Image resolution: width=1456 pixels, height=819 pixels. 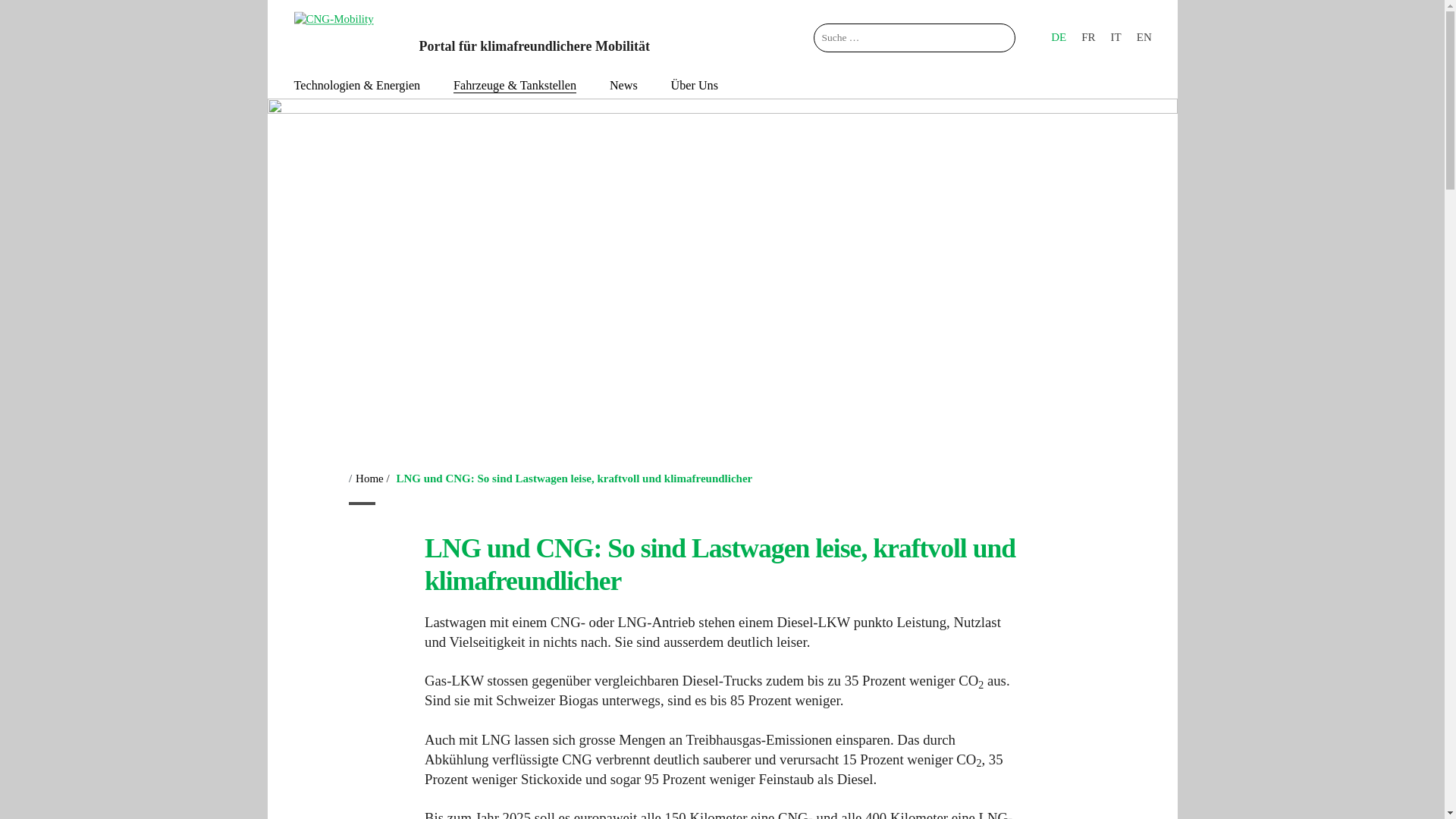 What do you see at coordinates (356, 85) in the screenshot?
I see `'Technologien & Energien'` at bounding box center [356, 85].